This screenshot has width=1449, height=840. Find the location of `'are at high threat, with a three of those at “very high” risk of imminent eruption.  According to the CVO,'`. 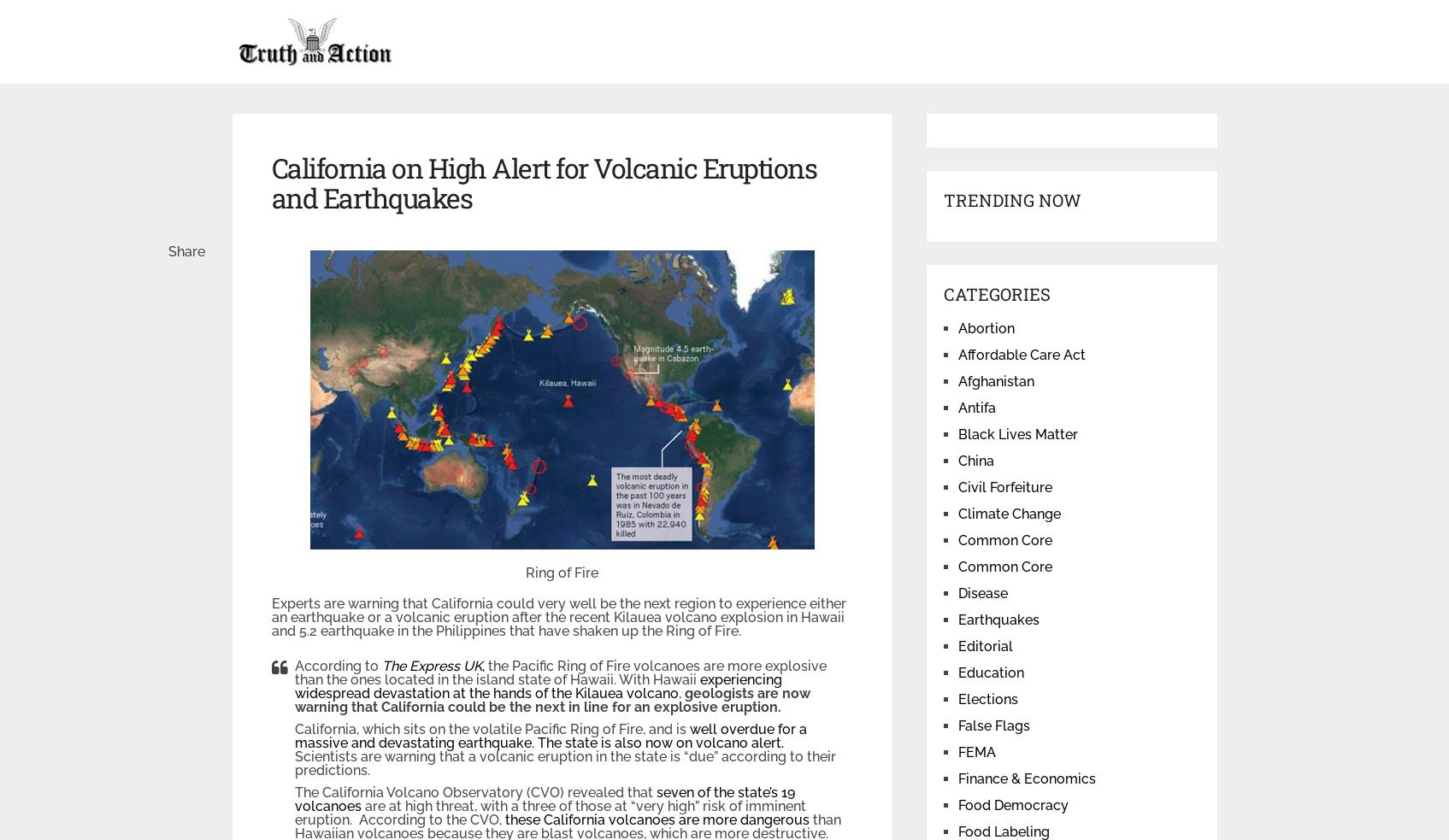

'are at high threat, with a three of those at “very high” risk of imminent eruption.  According to the CVO,' is located at coordinates (549, 813).